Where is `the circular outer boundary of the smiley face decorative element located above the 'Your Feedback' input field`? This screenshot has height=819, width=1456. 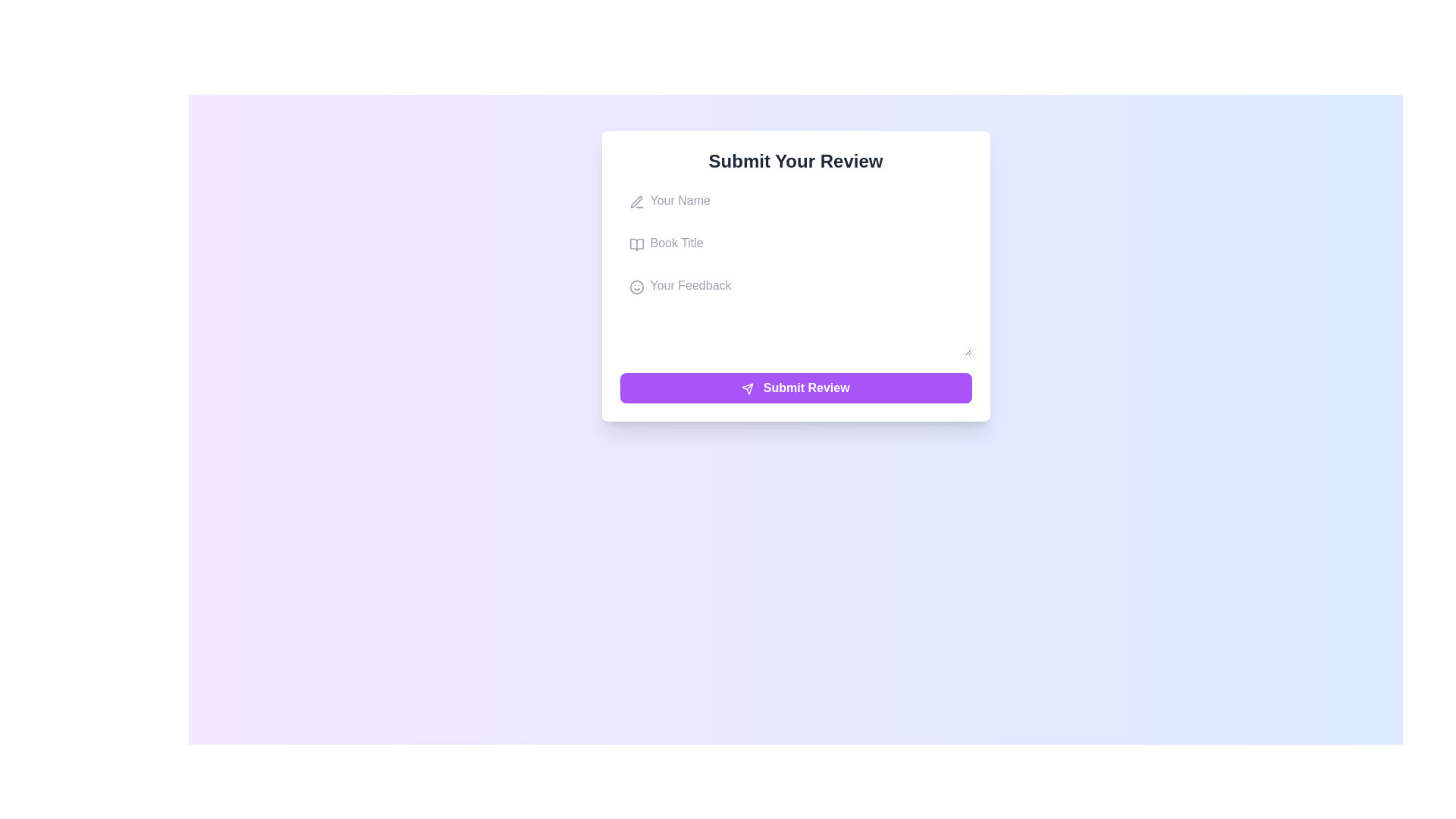
the circular outer boundary of the smiley face decorative element located above the 'Your Feedback' input field is located at coordinates (636, 287).